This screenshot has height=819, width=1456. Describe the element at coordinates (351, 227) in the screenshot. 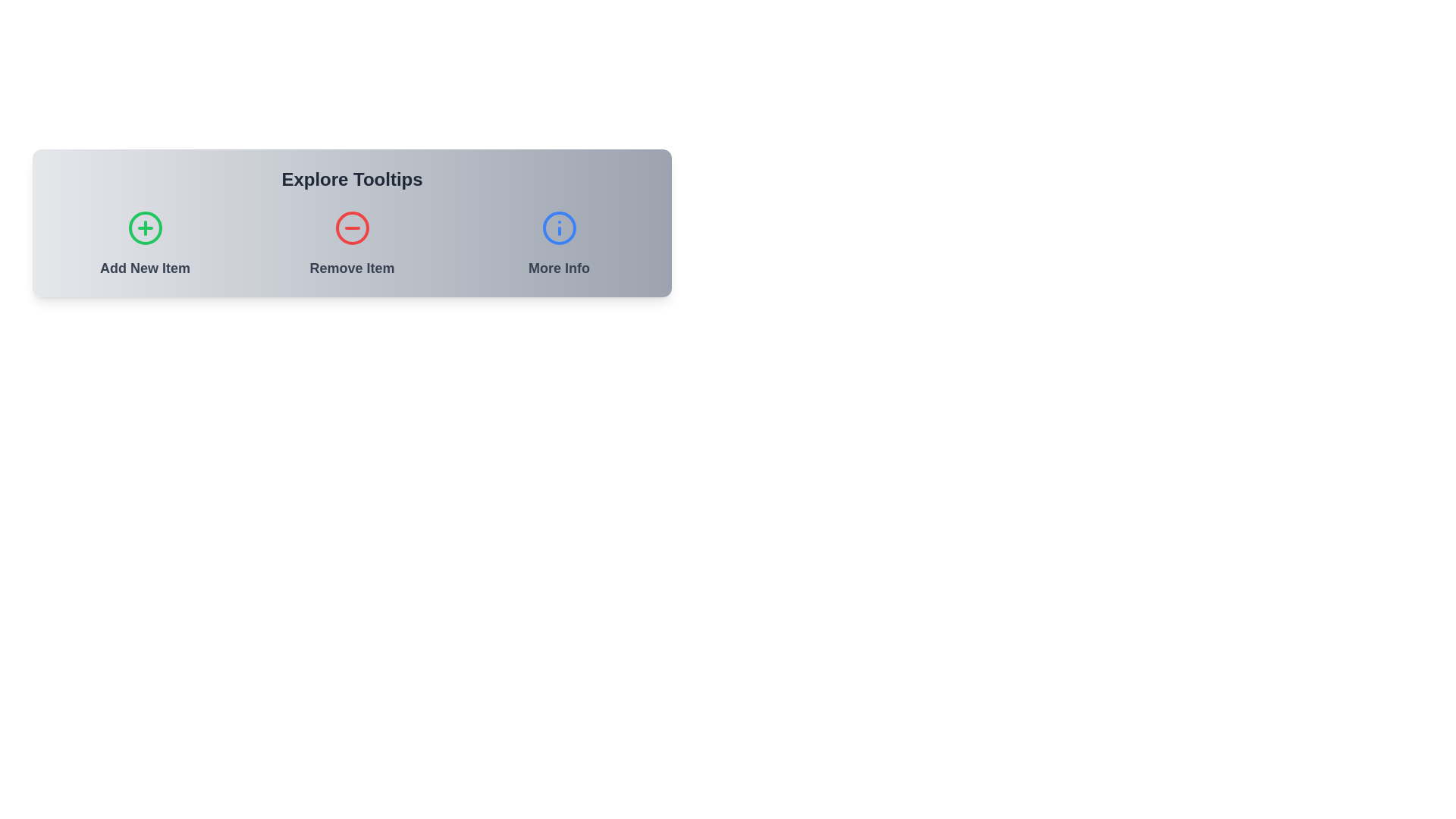

I see `the red 'Remove Item' icon located centrally between the 'Add New Item' icon and the 'More Info' icon` at that location.